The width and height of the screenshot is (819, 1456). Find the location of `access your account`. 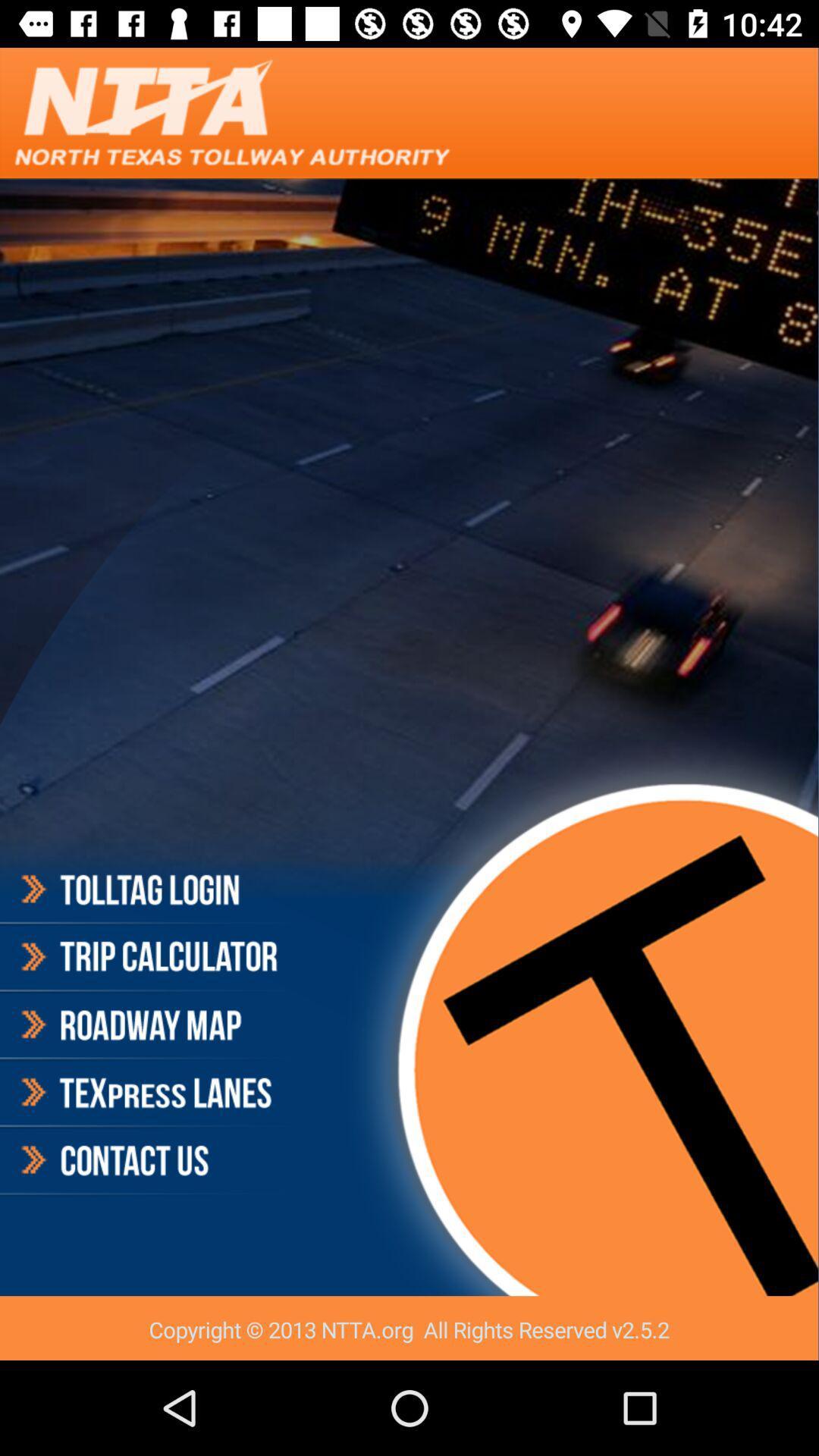

access your account is located at coordinates (147, 892).